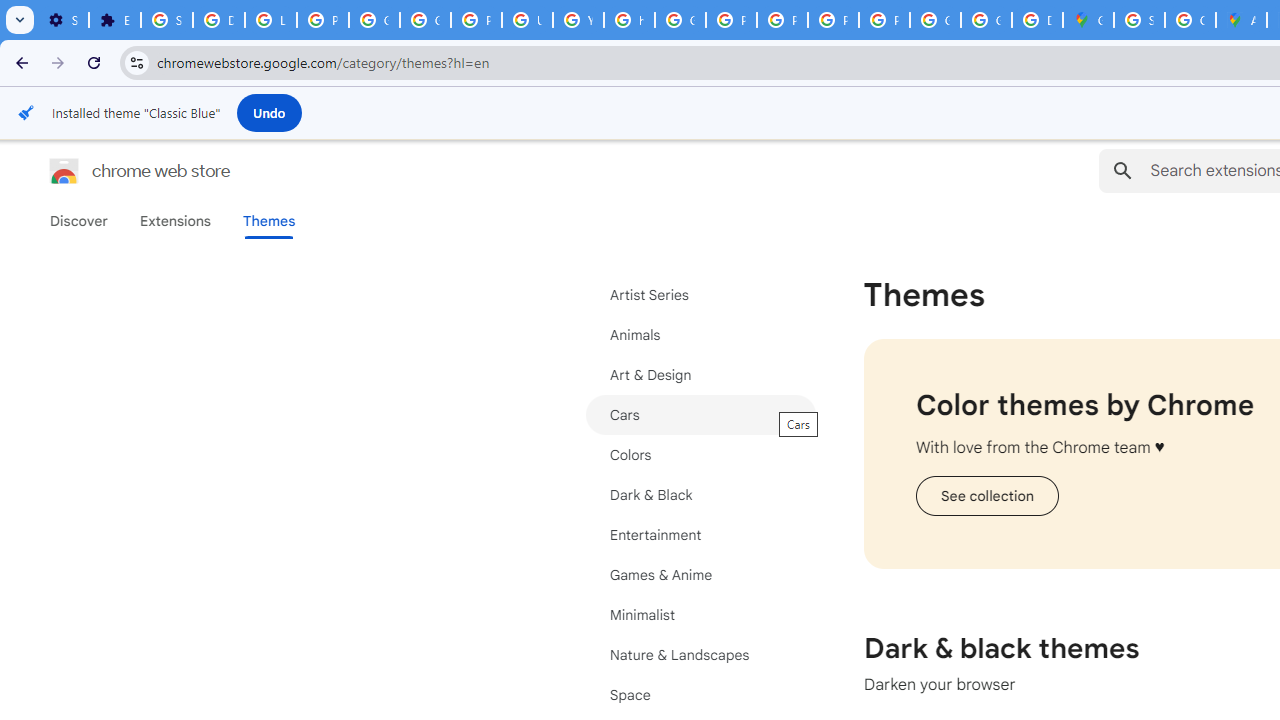 This screenshot has width=1280, height=720. Describe the element at coordinates (63, 20) in the screenshot. I see `'Settings - On startup'` at that location.